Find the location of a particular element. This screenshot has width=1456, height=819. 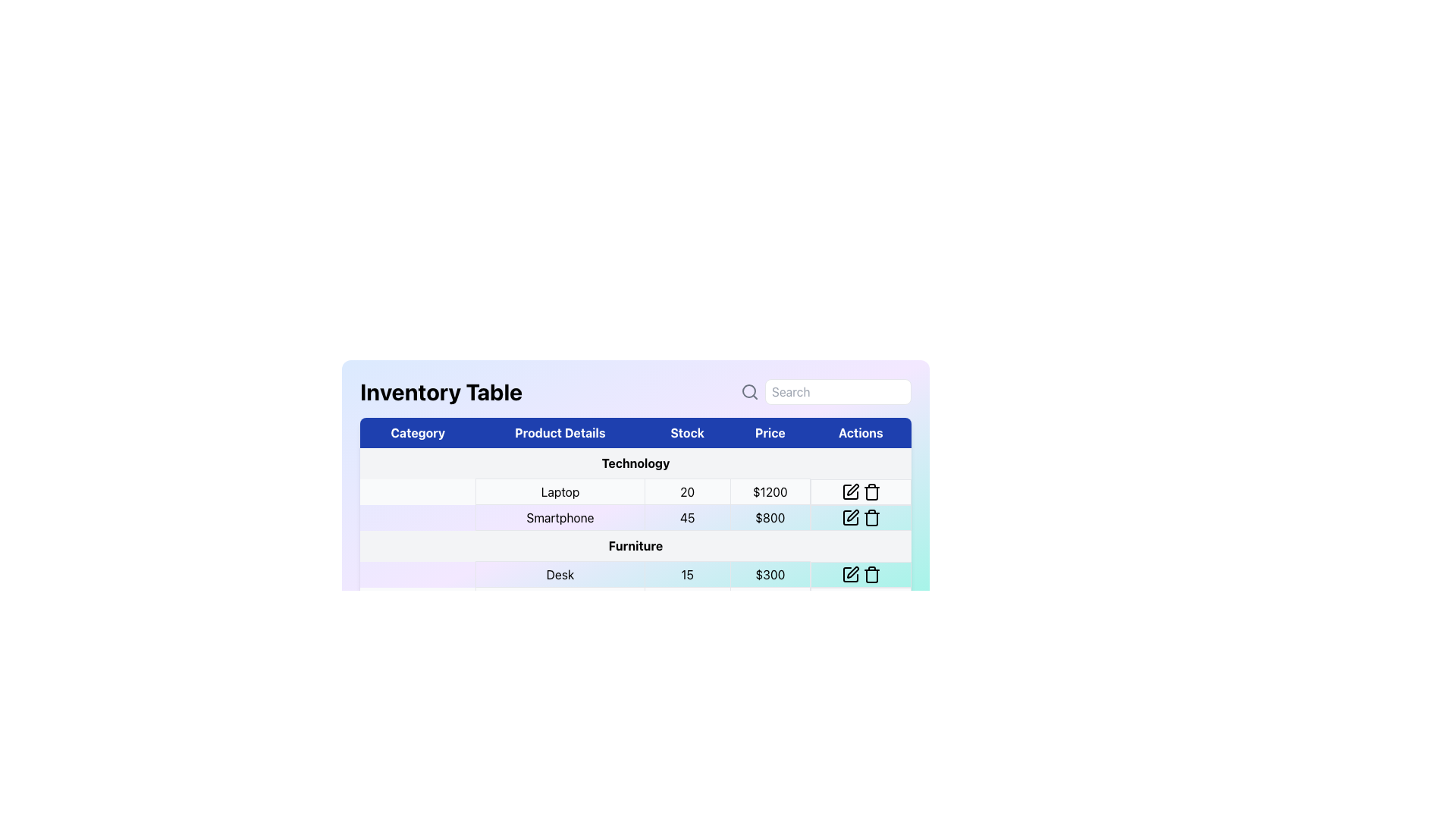

text displayed in the label showing the price '$800', which is styled with a border and padding, located in the 'Price' column of the table is located at coordinates (770, 516).